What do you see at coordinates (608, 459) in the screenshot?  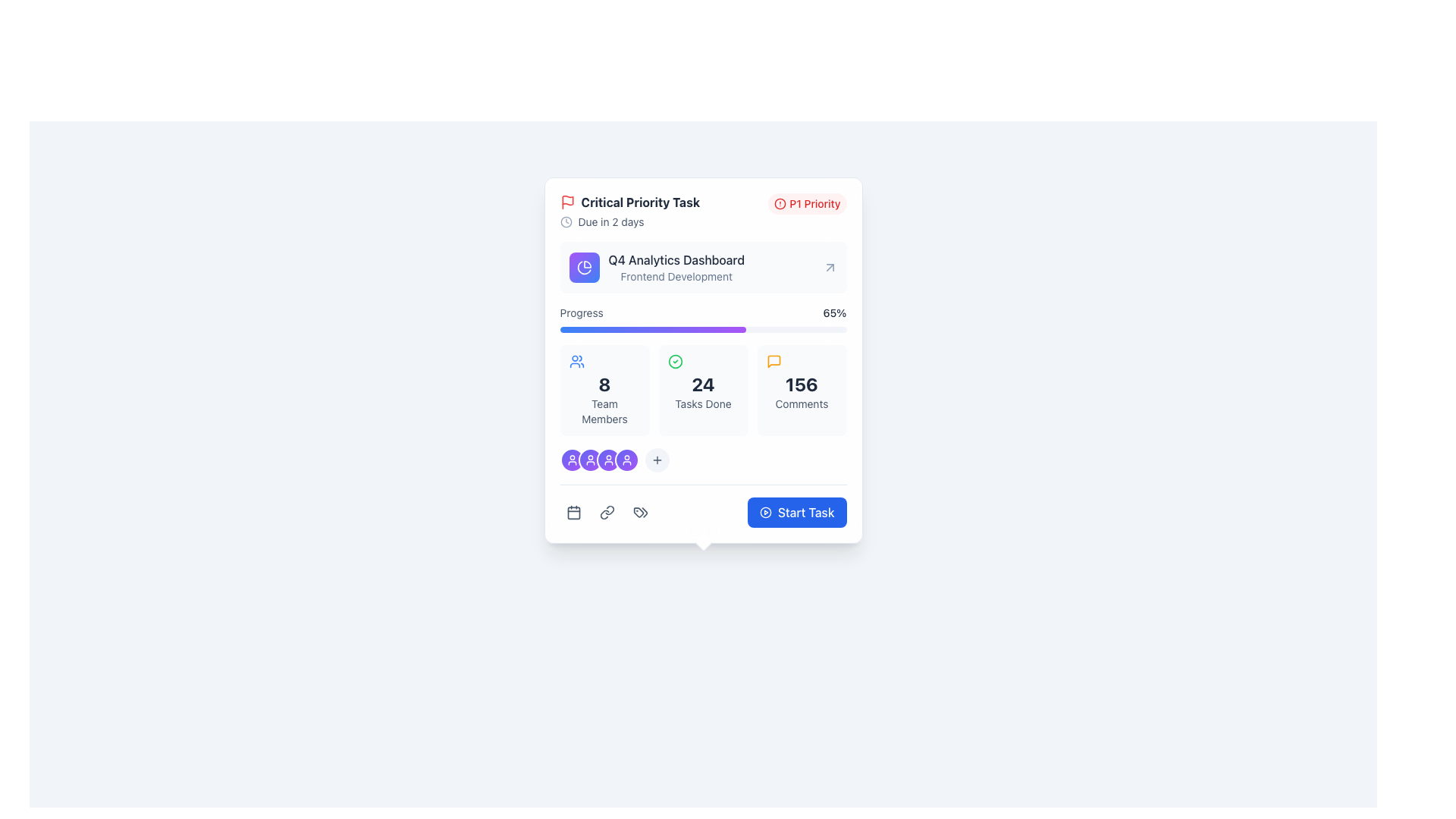 I see `the circular button with a user icon, styled with a gradient from indigo to purple and a white border, which is the fifth element in a horizontal series of buttons located below the 'Progress' bar` at bounding box center [608, 459].